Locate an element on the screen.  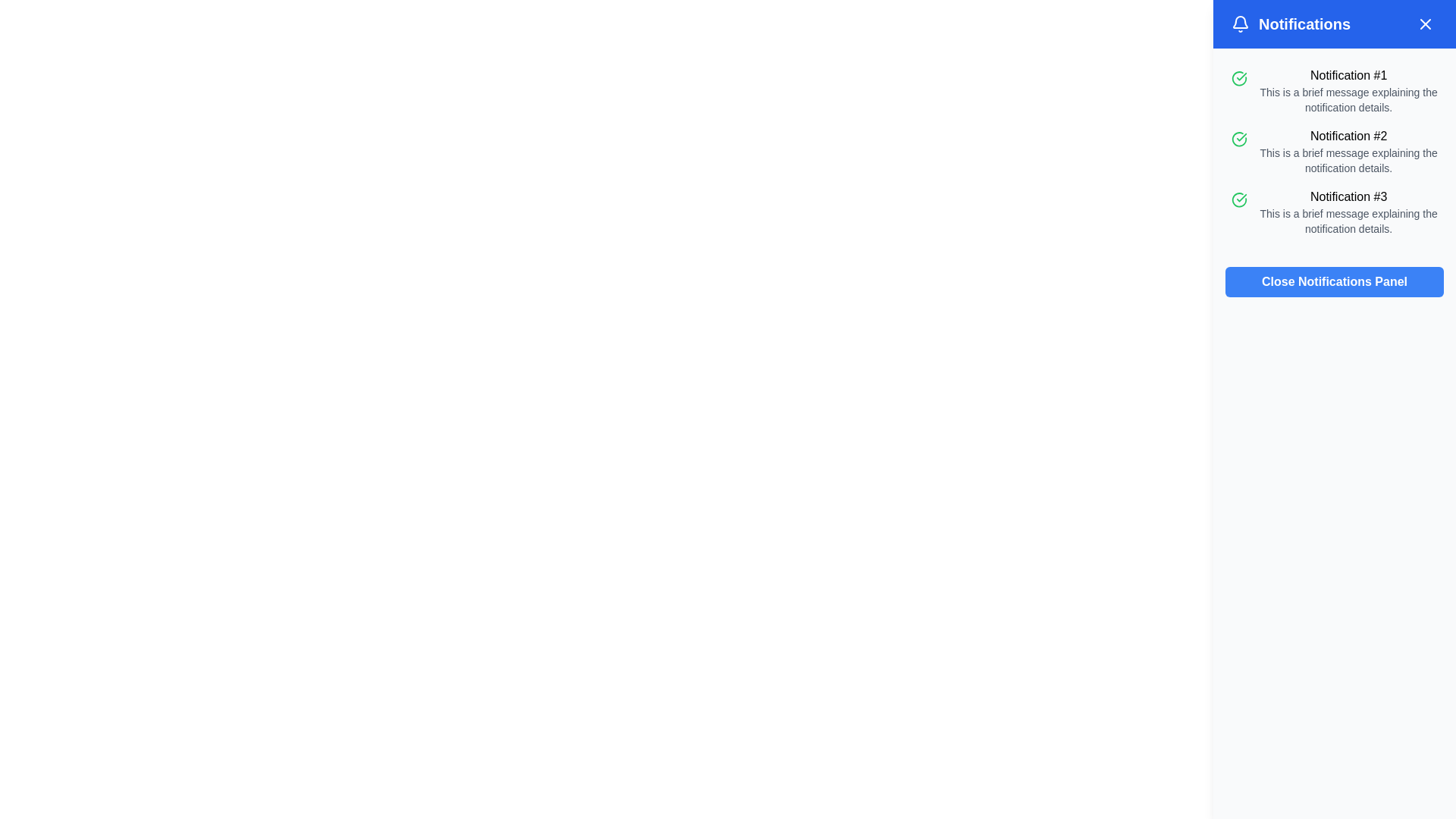
the close button in the top-right corner of the notification panel header is located at coordinates (1425, 24).